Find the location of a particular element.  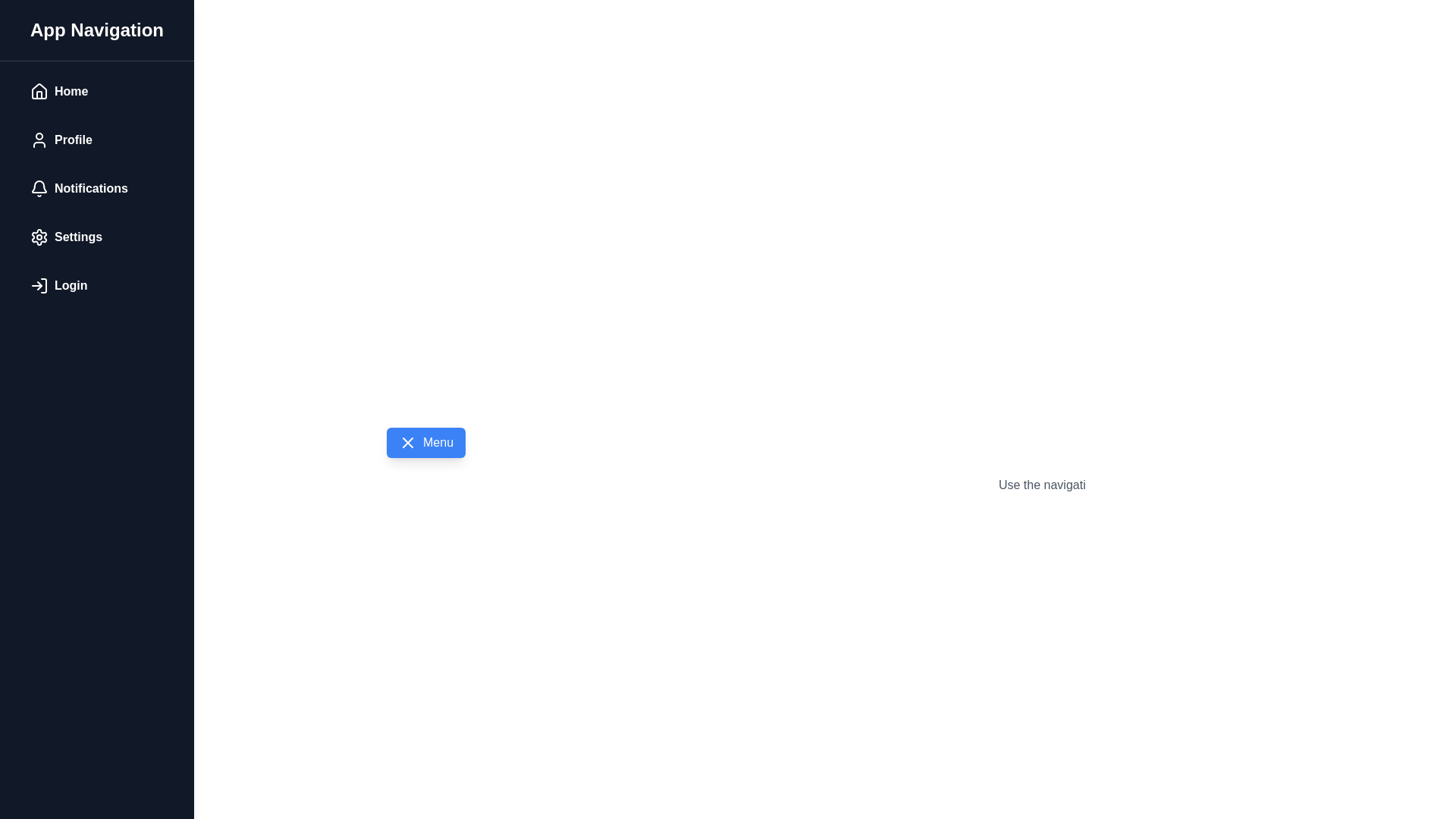

the simplified house-shaped icon located in the vertical navigation menu before the 'Home' label is located at coordinates (39, 90).